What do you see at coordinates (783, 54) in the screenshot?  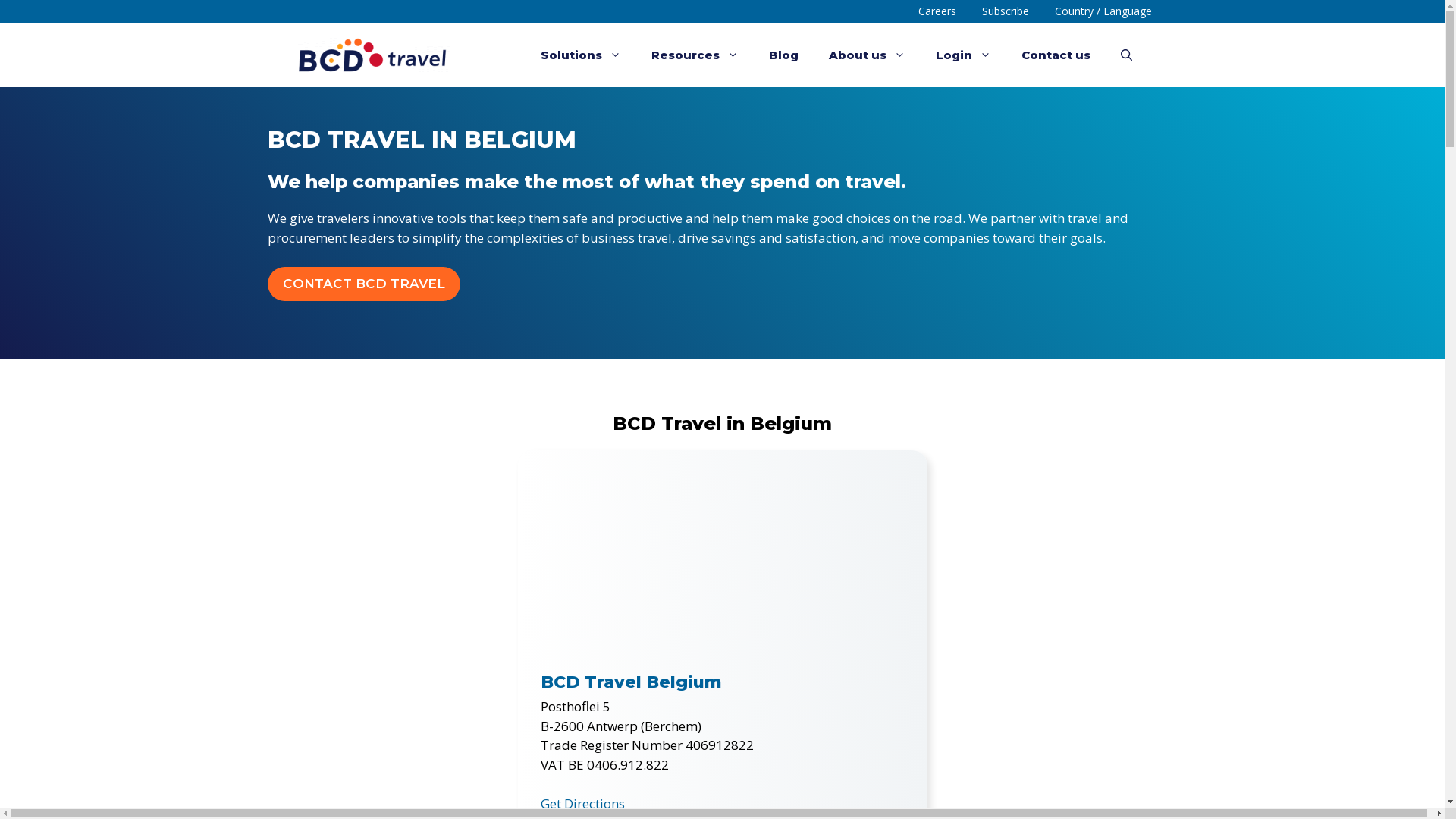 I see `'Blog'` at bounding box center [783, 54].